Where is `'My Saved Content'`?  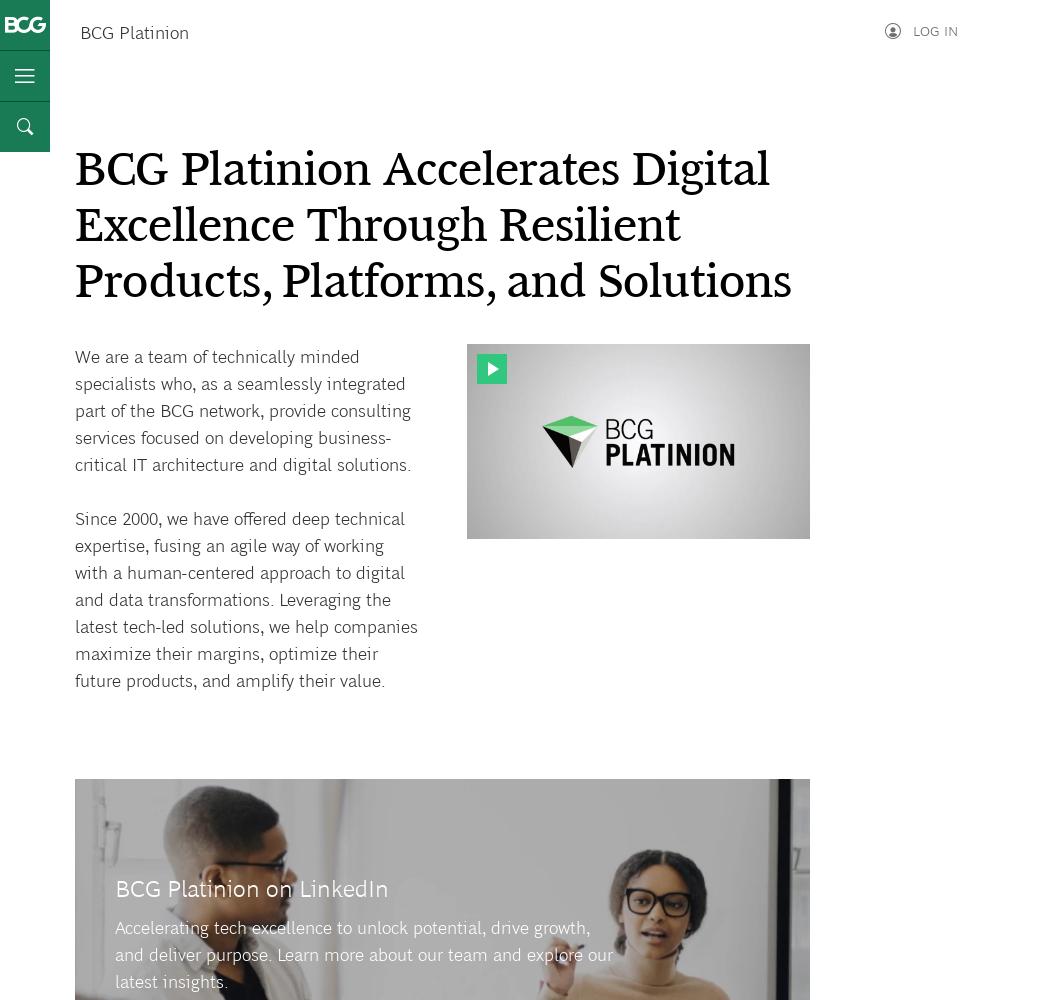 'My Saved Content' is located at coordinates (877, 240).